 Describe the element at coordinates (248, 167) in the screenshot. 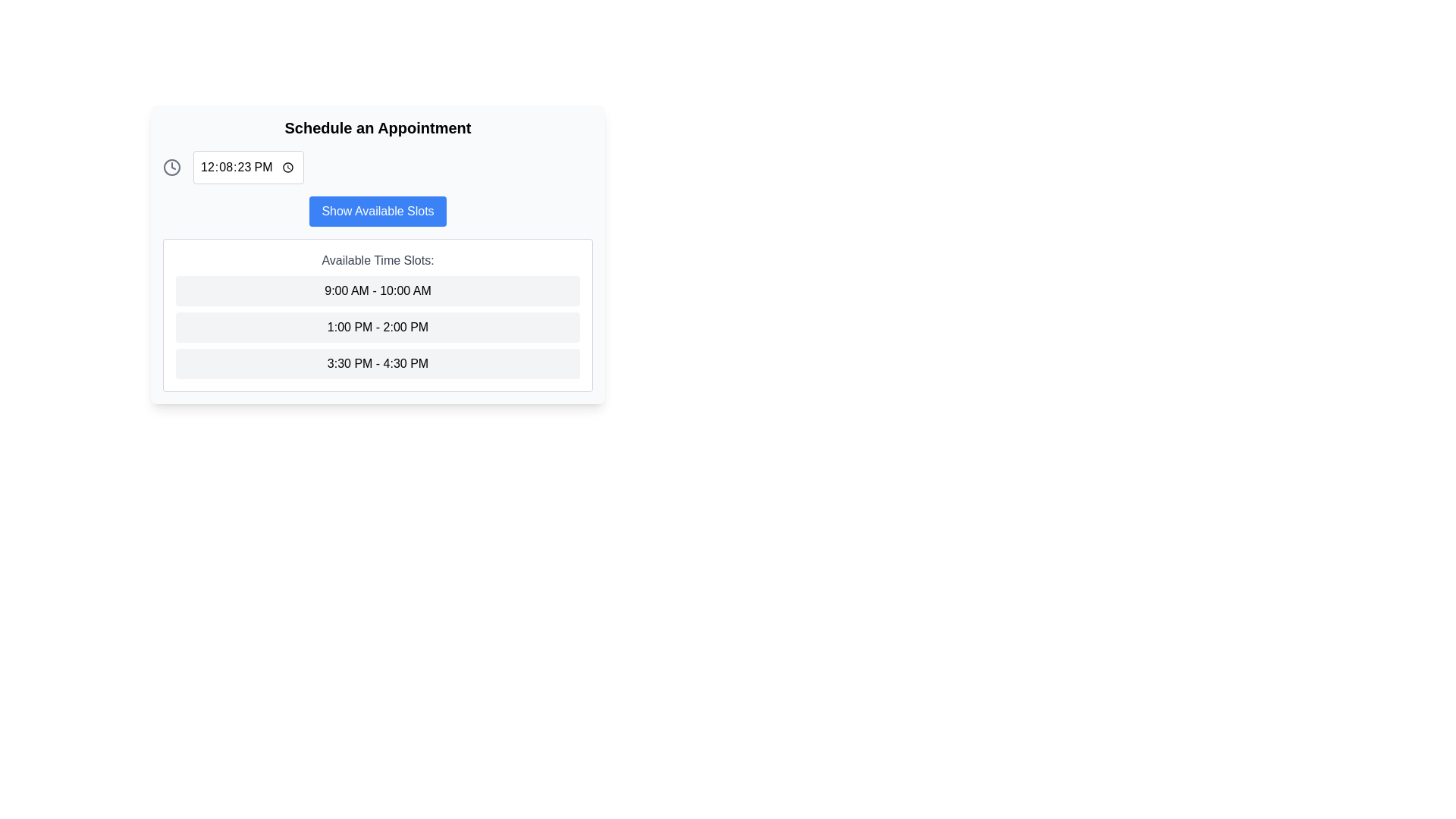

I see `the time input field located under the heading 'Schedule an Appointment'` at that location.